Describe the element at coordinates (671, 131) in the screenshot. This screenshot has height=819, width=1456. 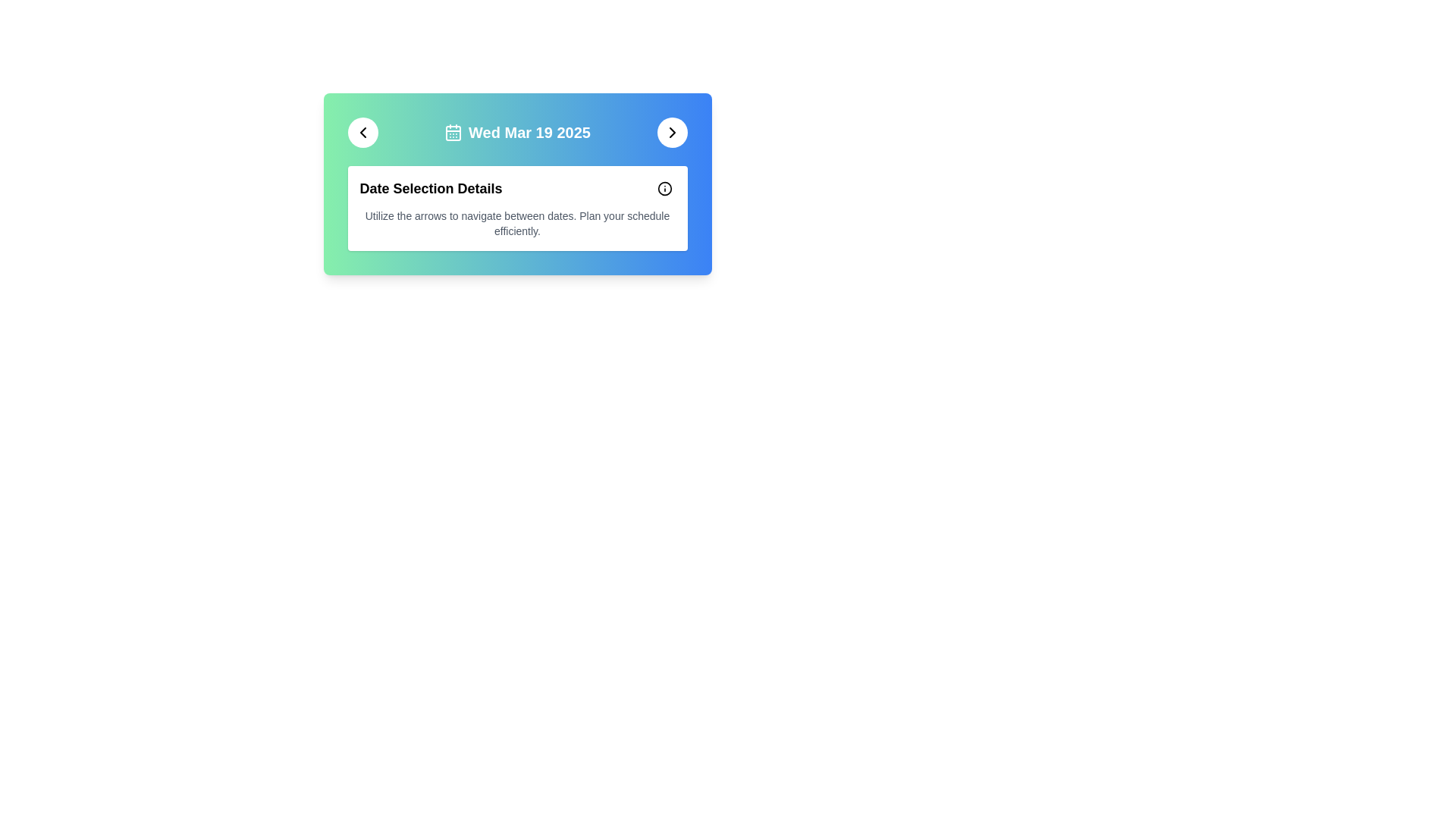
I see `the navigation icon (chevron-right) located in the top-right corner of the blue section` at that location.